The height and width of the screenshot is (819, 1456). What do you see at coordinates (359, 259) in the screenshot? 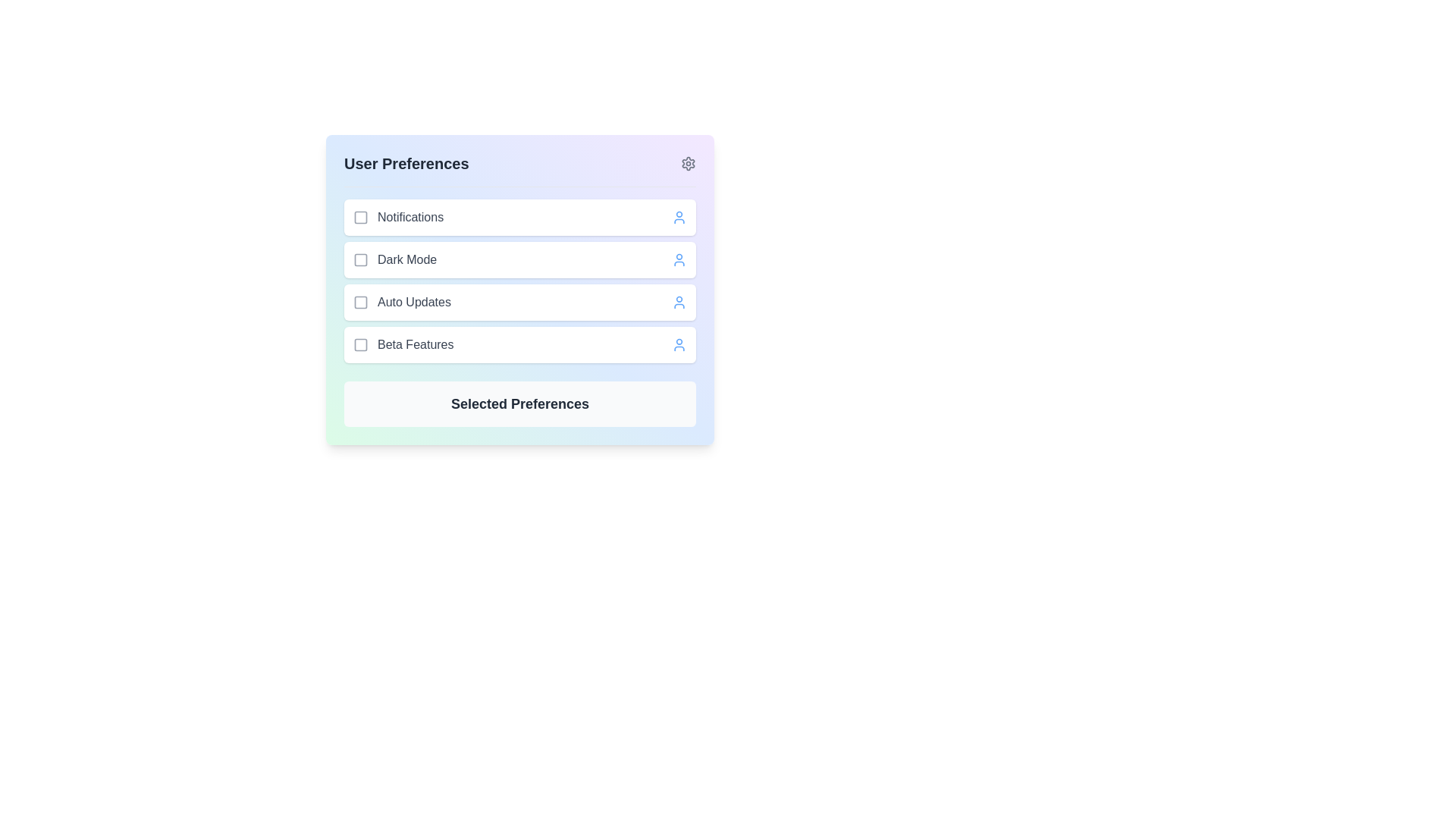
I see `the second checkbox in the vertical list for the 'Dark Mode' feature` at bounding box center [359, 259].